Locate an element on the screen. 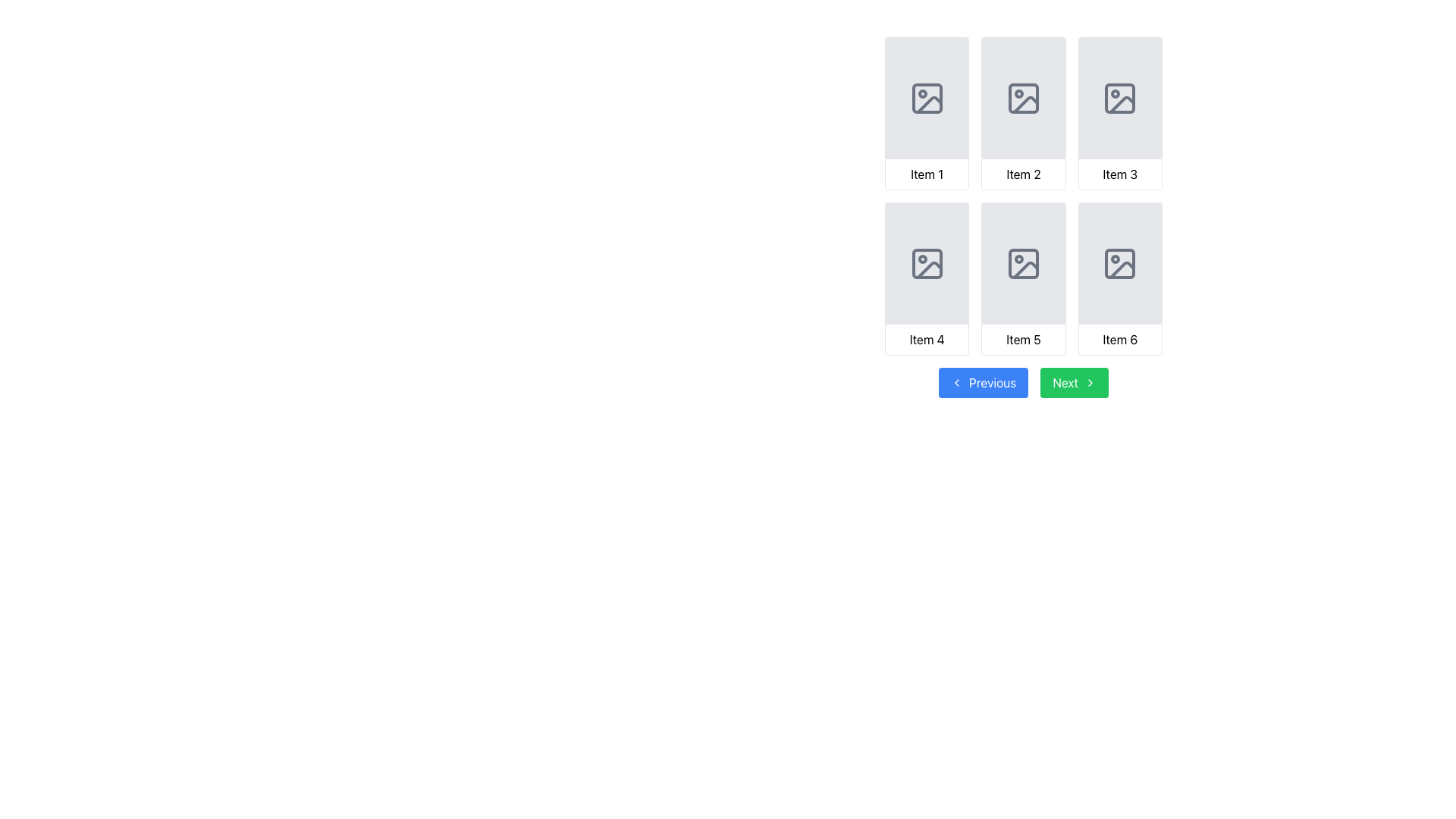 The width and height of the screenshot is (1456, 819). the icon located in the middle column of the bottom row in a grid of six items is located at coordinates (1023, 262).